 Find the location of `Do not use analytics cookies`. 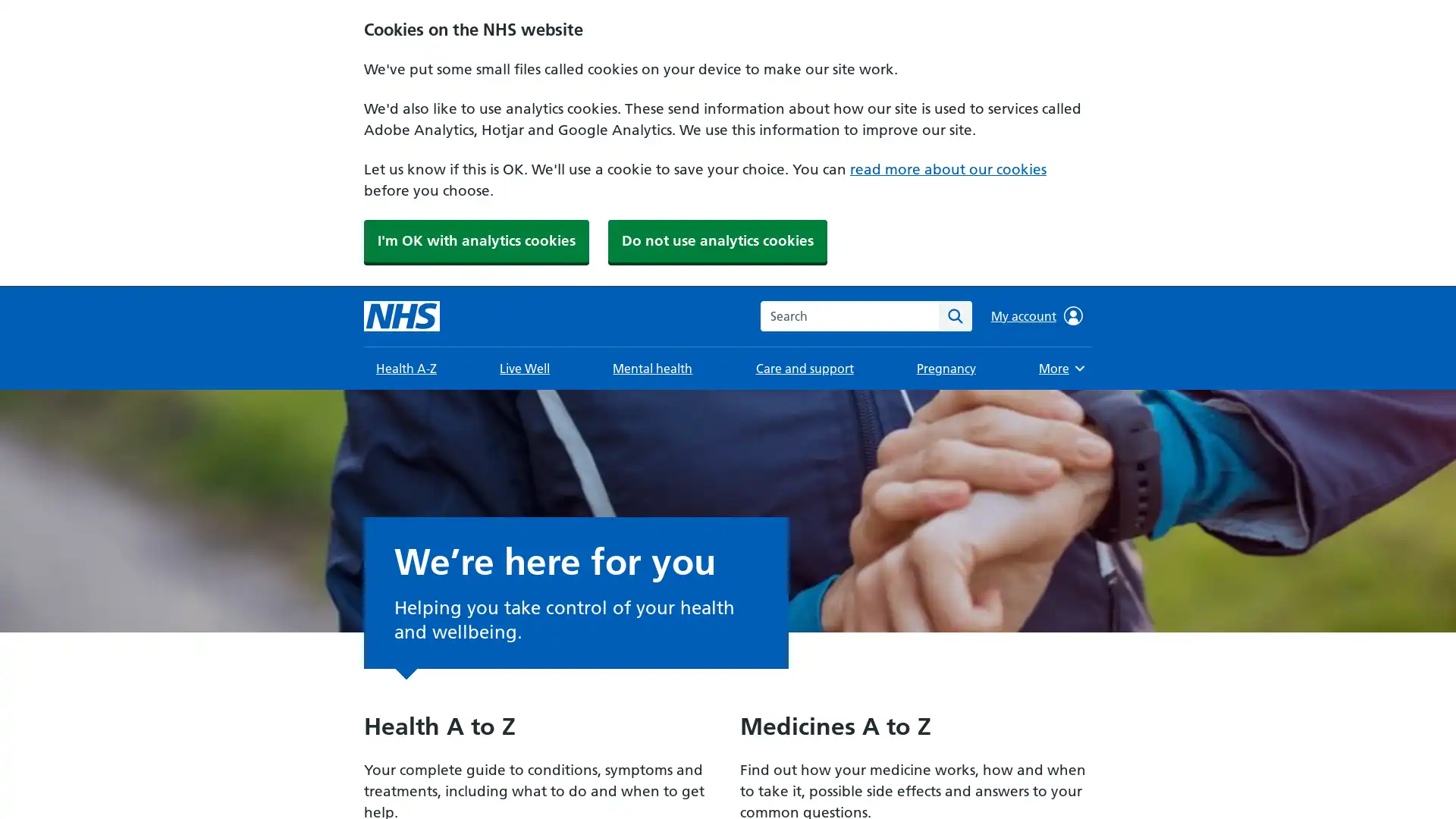

Do not use analytics cookies is located at coordinates (717, 240).